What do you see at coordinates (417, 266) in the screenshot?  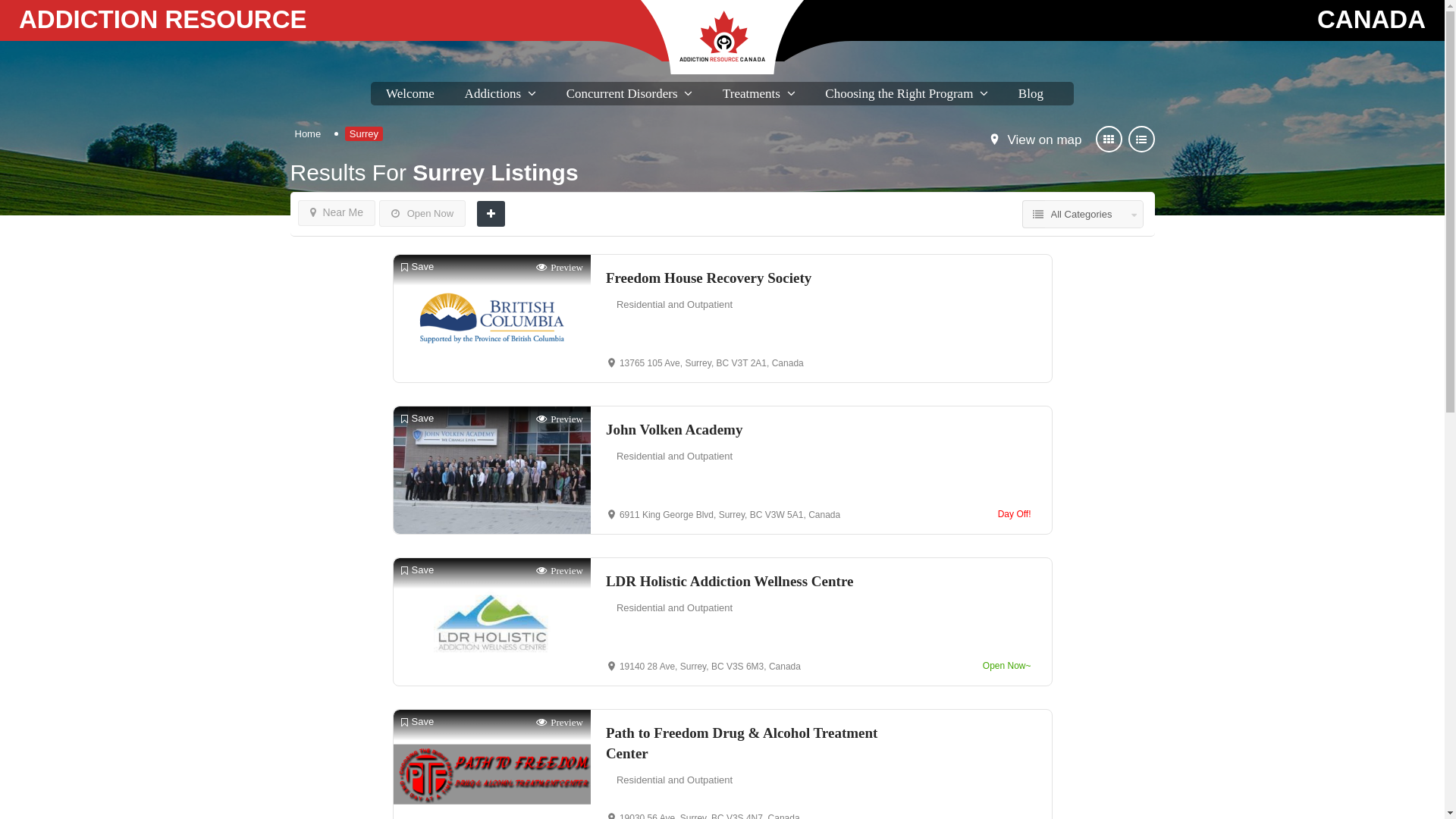 I see `'Save'` at bounding box center [417, 266].